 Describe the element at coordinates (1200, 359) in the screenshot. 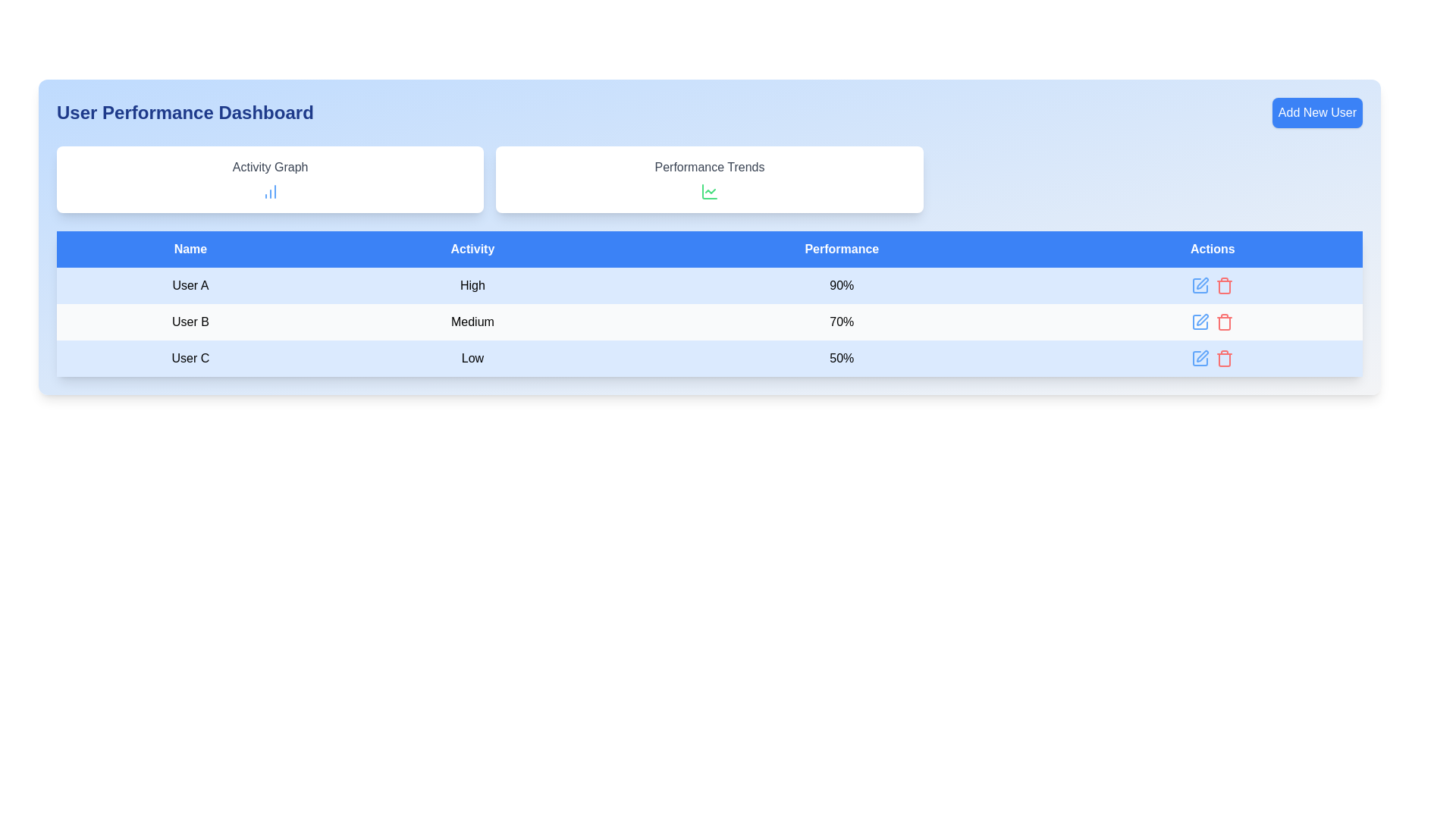

I see `the stylized square icon in the 'Actions' column of the table, part of the third row for 'User C'` at that location.